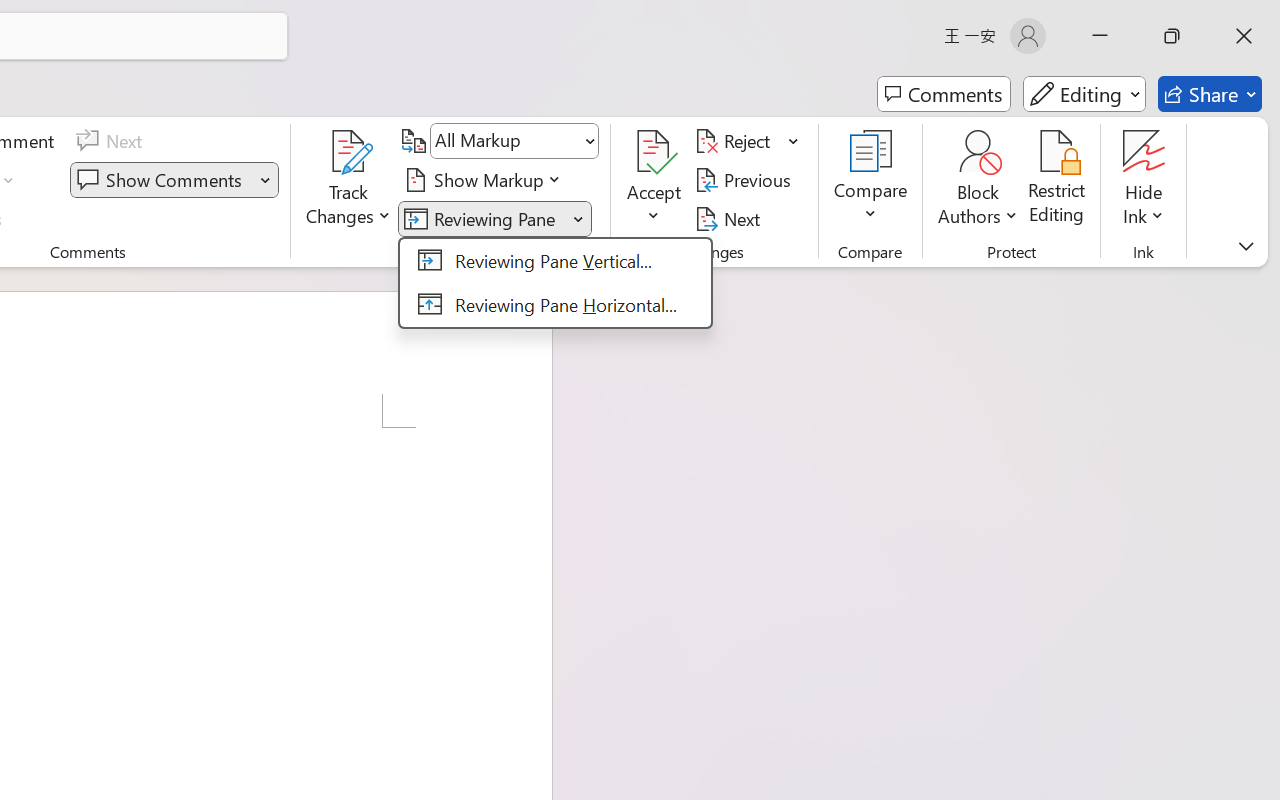 Image resolution: width=1280 pixels, height=800 pixels. I want to click on 'Previous', so click(745, 179).